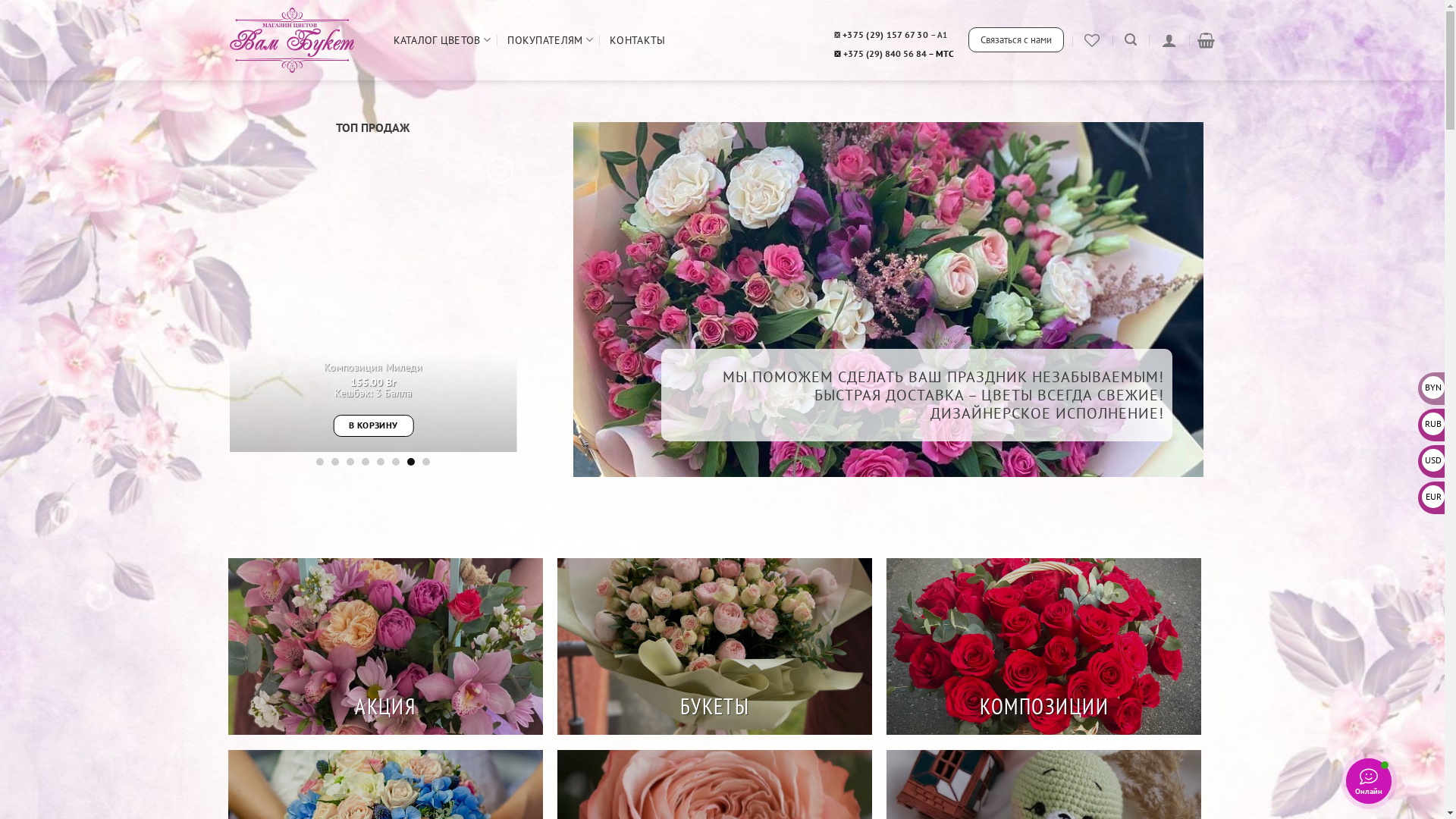 This screenshot has width=1456, height=819. I want to click on '+375 (29) 157 67 30', so click(885, 34).